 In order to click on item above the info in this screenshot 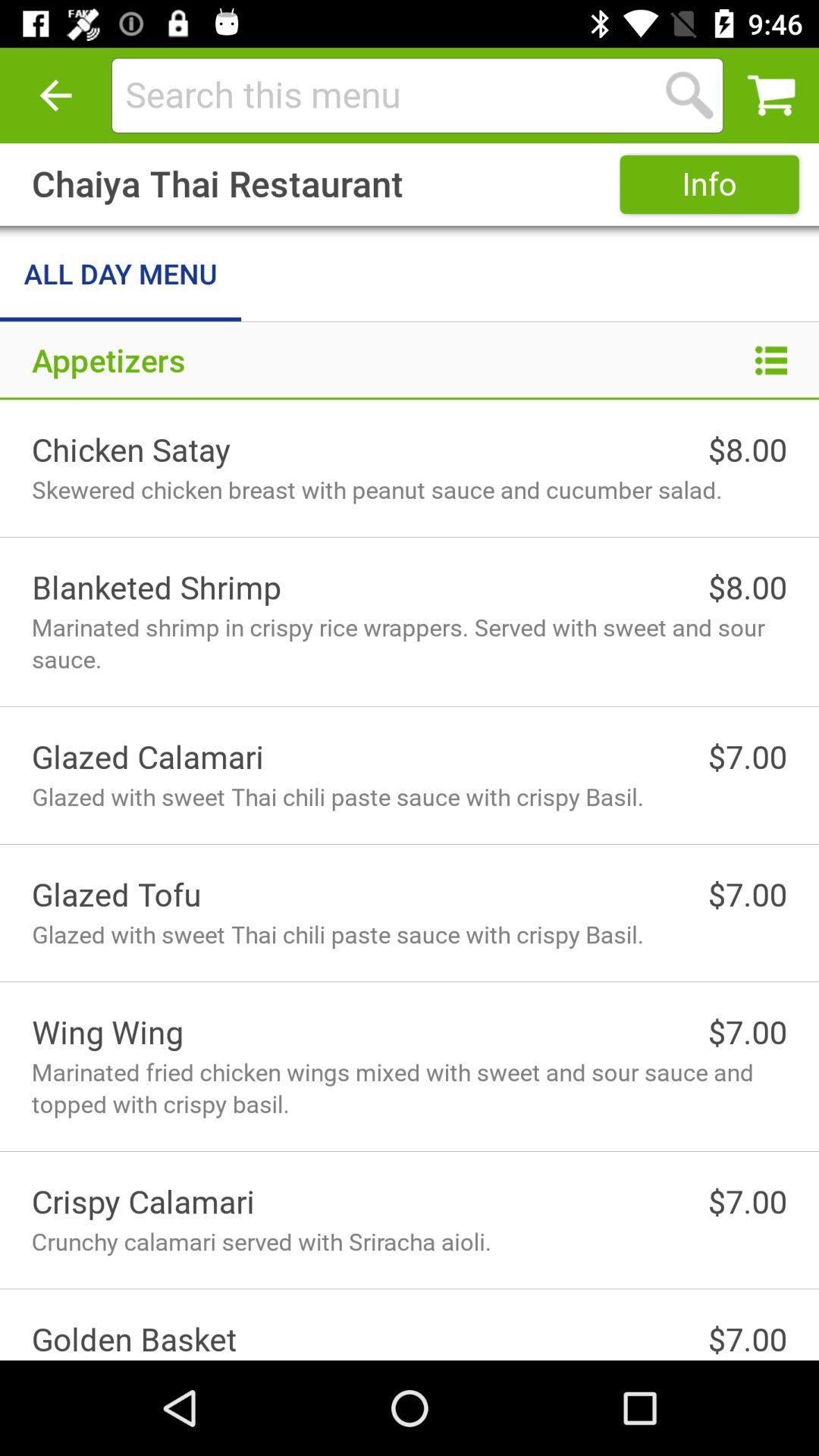, I will do `click(689, 94)`.